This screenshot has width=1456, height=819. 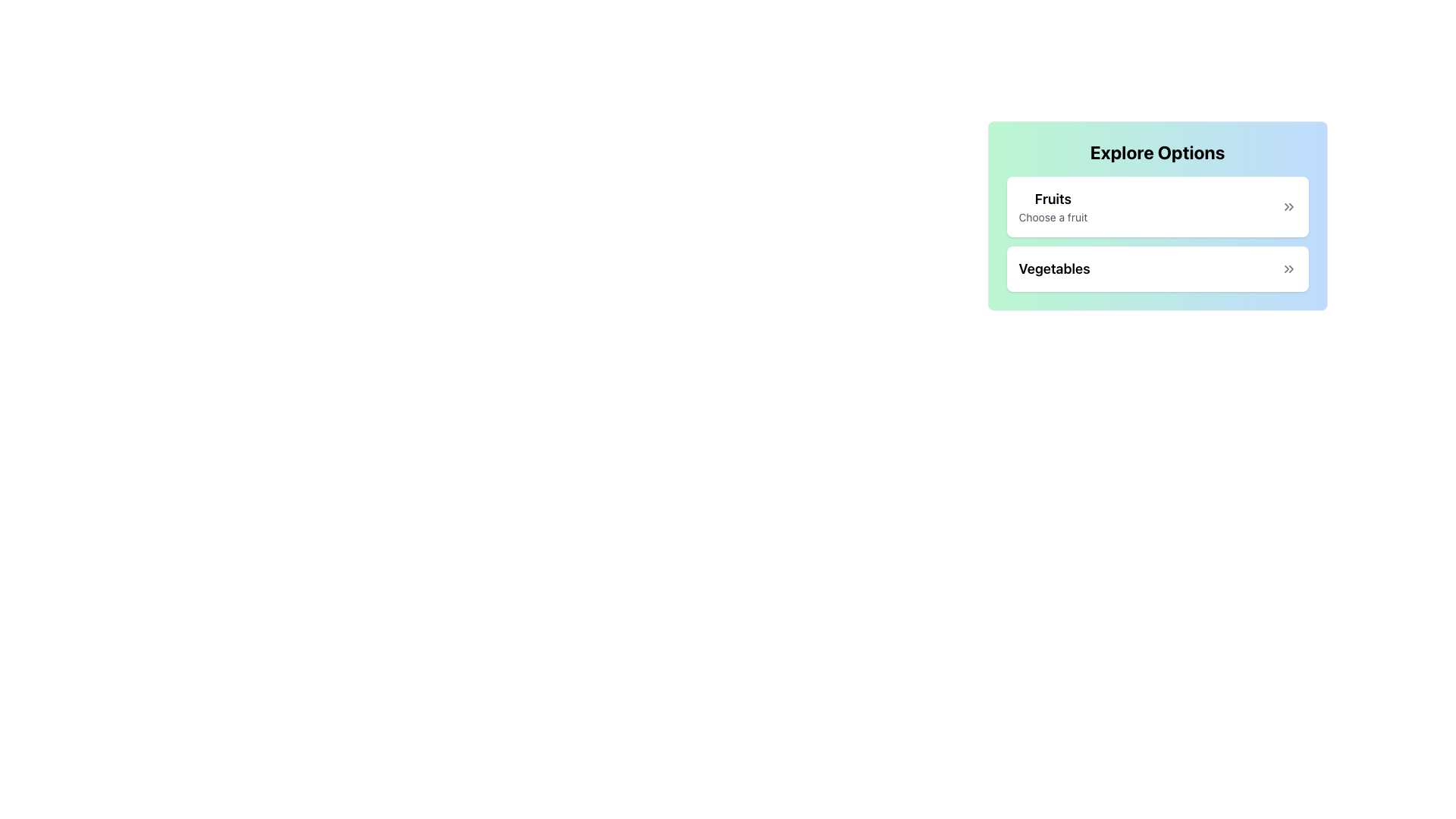 I want to click on the text label that reads 'Choose a fruit', which is positioned directly below the 'Fruits' heading in the 'Explore Options' card, so click(x=1052, y=217).